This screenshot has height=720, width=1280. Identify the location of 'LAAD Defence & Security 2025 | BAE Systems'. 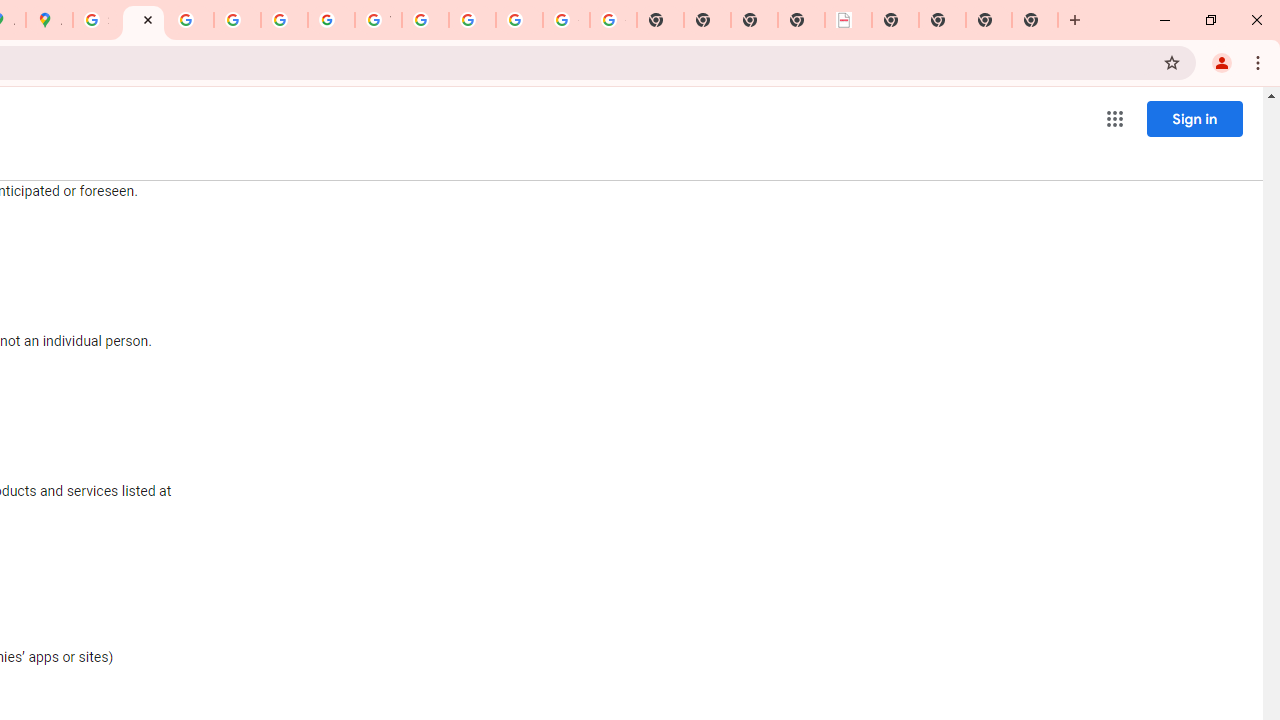
(848, 20).